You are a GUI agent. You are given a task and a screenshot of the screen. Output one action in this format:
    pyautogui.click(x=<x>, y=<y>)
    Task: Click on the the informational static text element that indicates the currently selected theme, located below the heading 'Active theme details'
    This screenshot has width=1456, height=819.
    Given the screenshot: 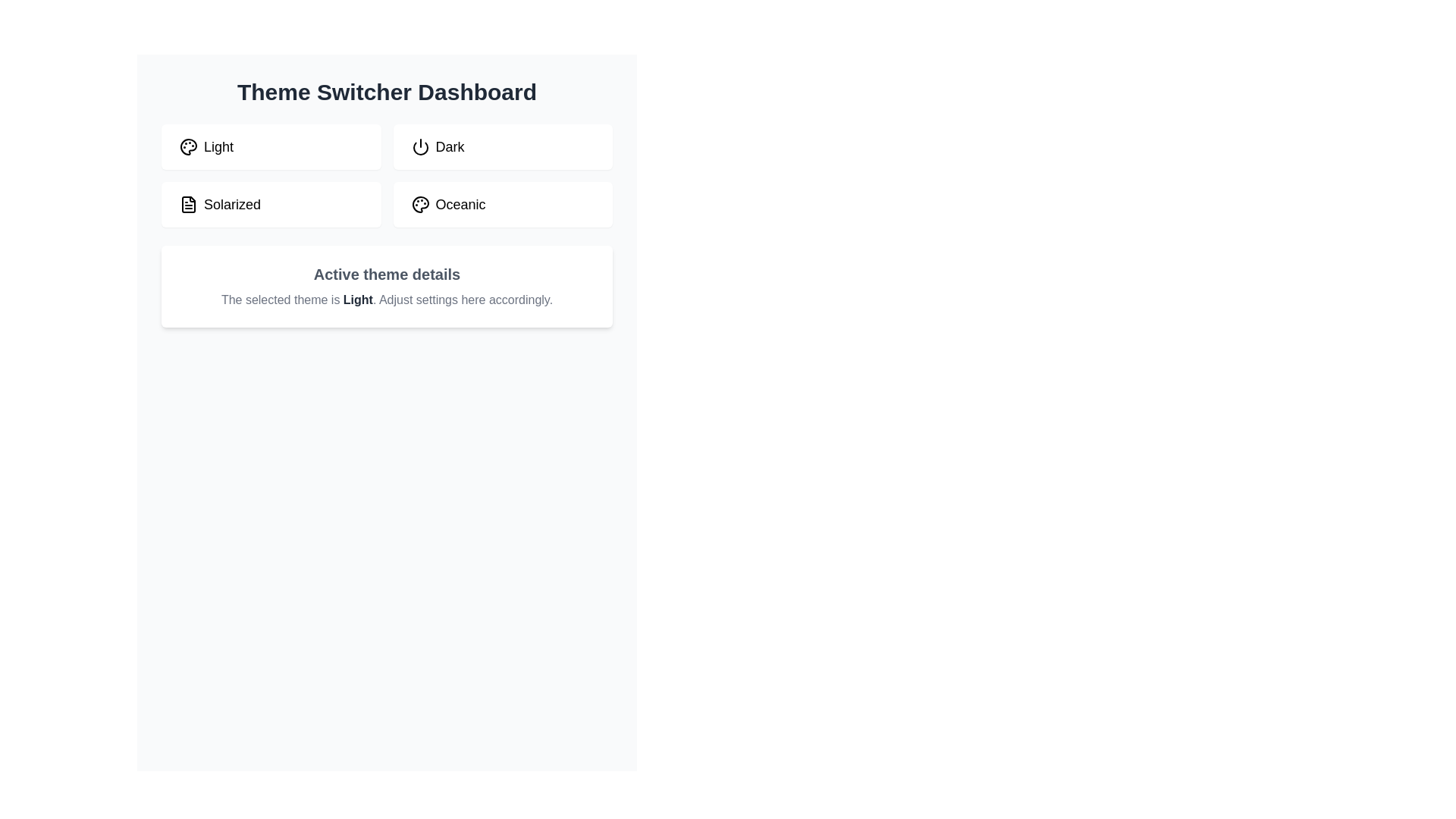 What is the action you would take?
    pyautogui.click(x=387, y=300)
    